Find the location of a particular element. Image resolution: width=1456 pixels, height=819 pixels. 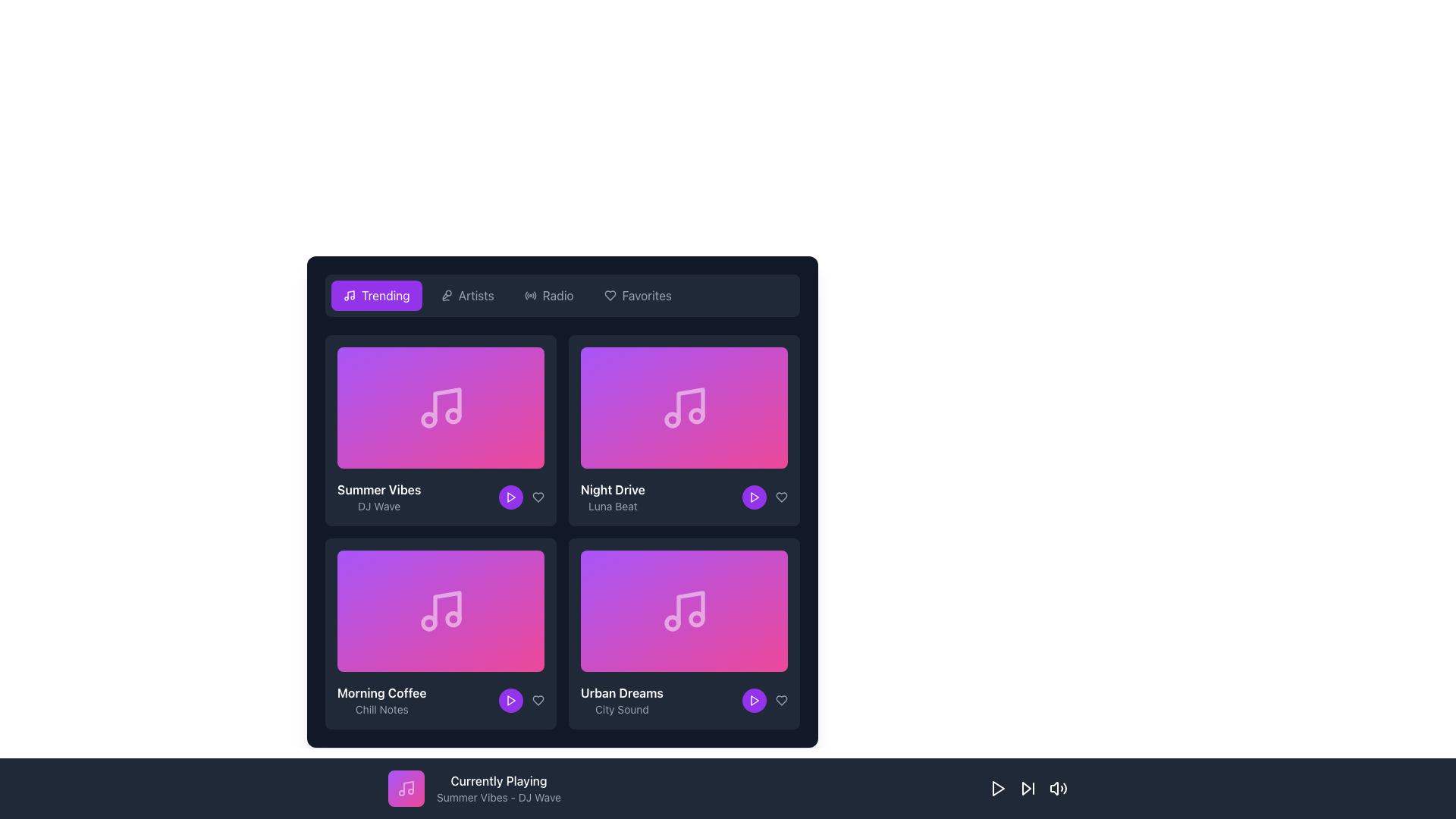

the 'Favorites' icon, which is located to the left of the 'Favorites' text in the top horizontal row of options is located at coordinates (610, 295).